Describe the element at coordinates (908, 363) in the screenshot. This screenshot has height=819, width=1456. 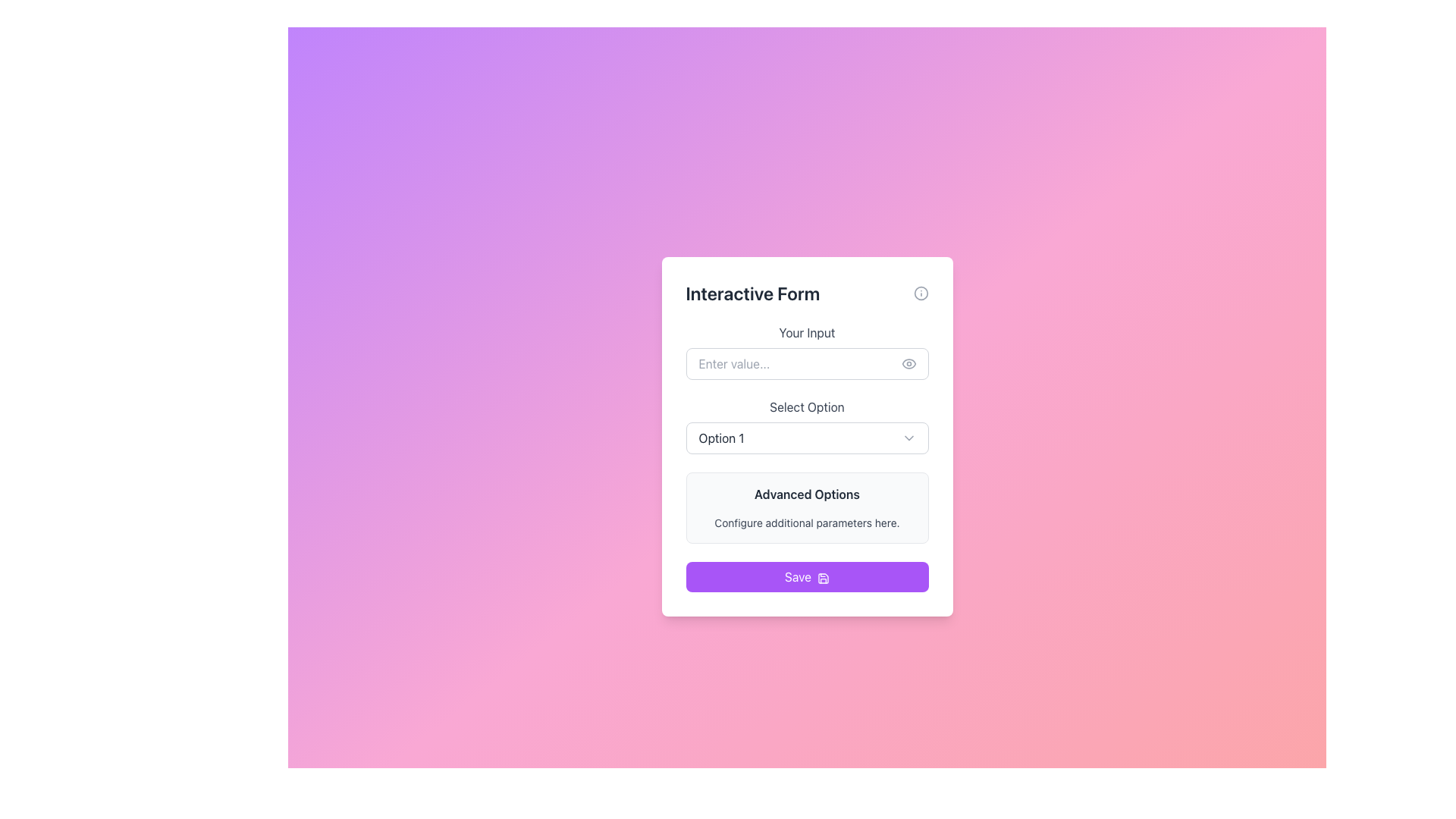
I see `the toggle visibility icon, which is a small eye-shaped icon located to the right of the input field labeled 'Enter value...'` at that location.